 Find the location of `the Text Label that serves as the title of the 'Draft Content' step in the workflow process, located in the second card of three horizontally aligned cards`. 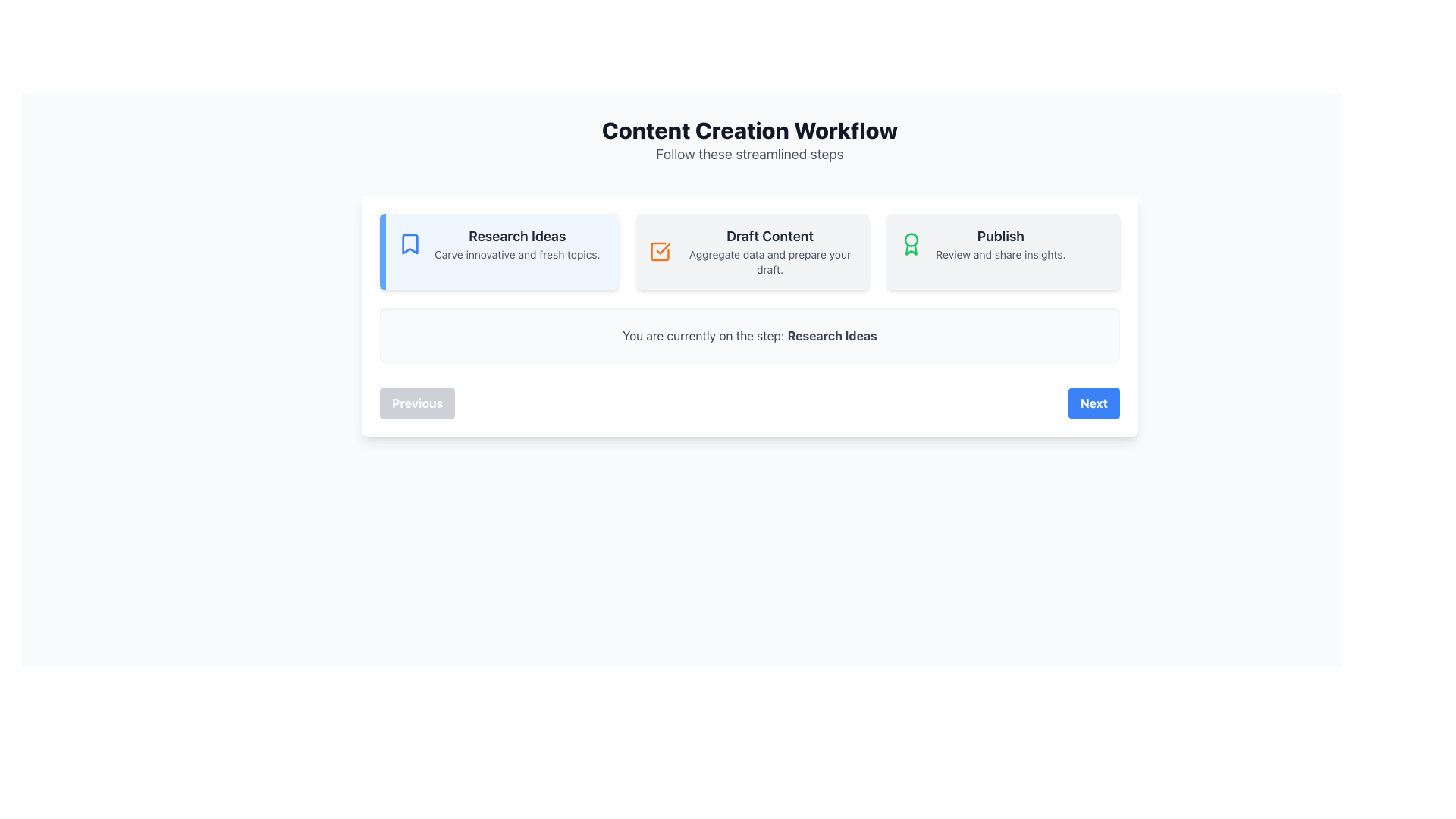

the Text Label that serves as the title of the 'Draft Content' step in the workflow process, located in the second card of three horizontally aligned cards is located at coordinates (770, 237).